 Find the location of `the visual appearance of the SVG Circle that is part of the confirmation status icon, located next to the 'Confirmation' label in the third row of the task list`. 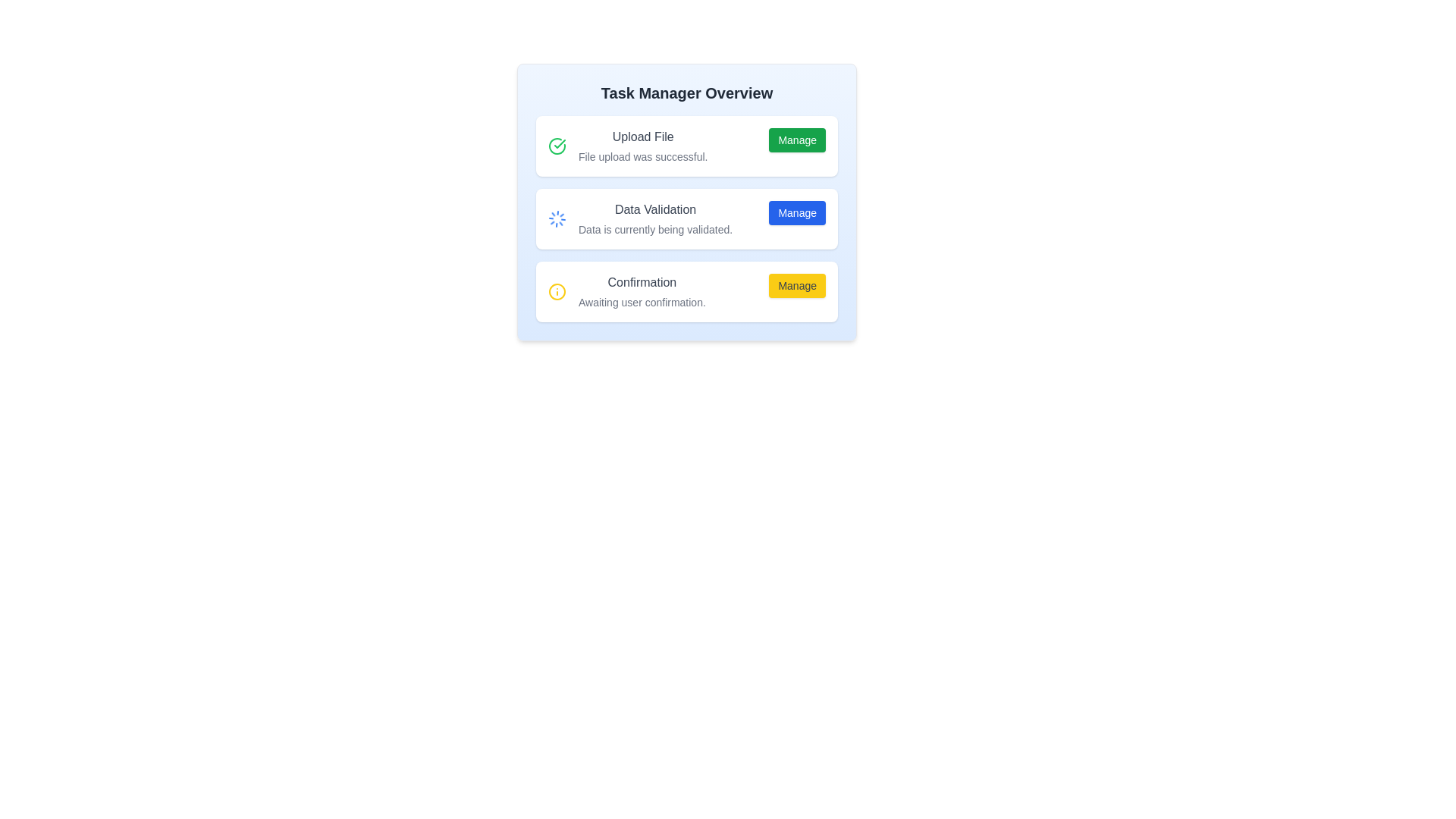

the visual appearance of the SVG Circle that is part of the confirmation status icon, located next to the 'Confirmation' label in the third row of the task list is located at coordinates (556, 292).